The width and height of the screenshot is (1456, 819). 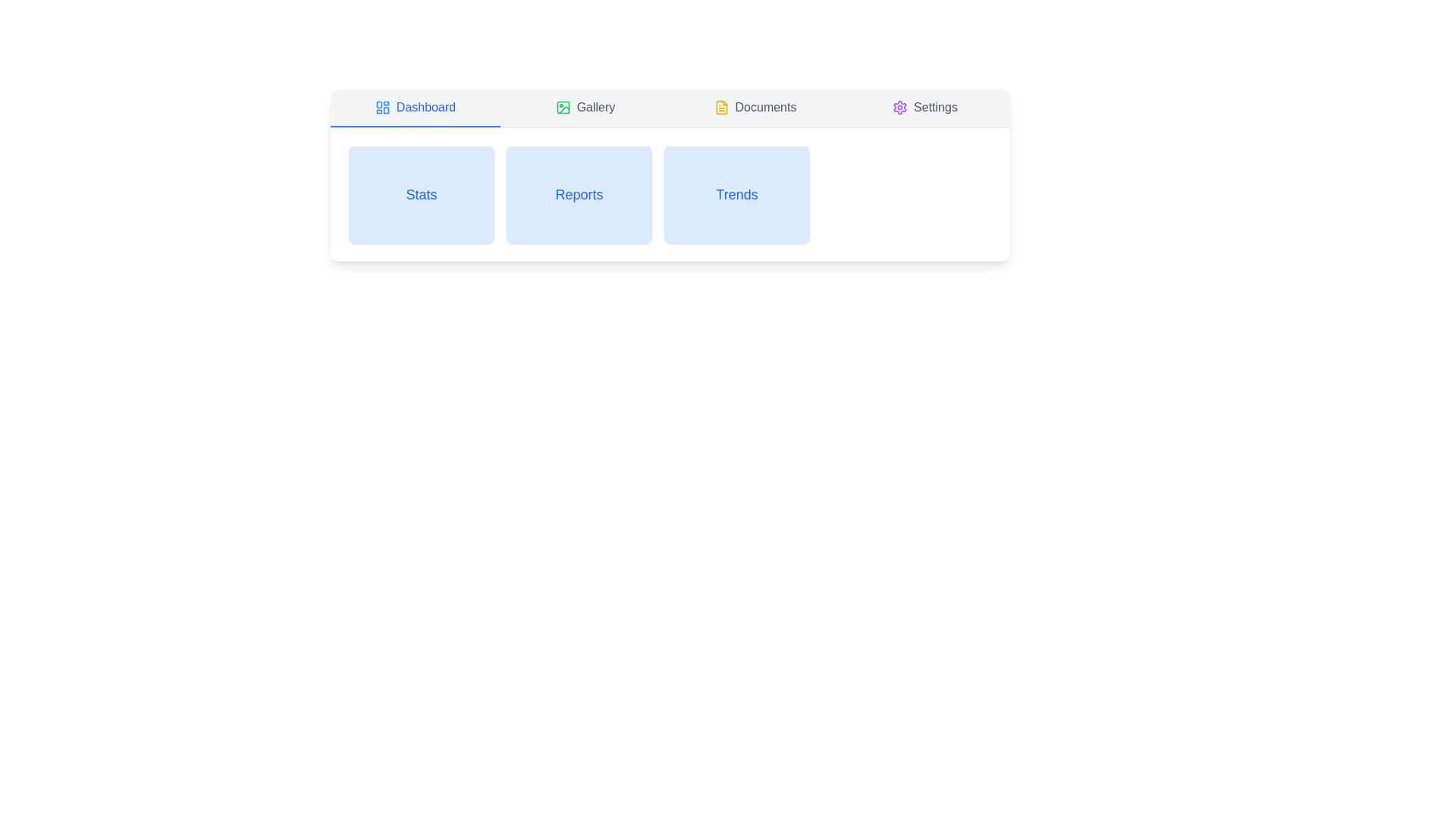 I want to click on the navigational button for the gallery section, located in the second position of the navigation tabs, so click(x=585, y=107).